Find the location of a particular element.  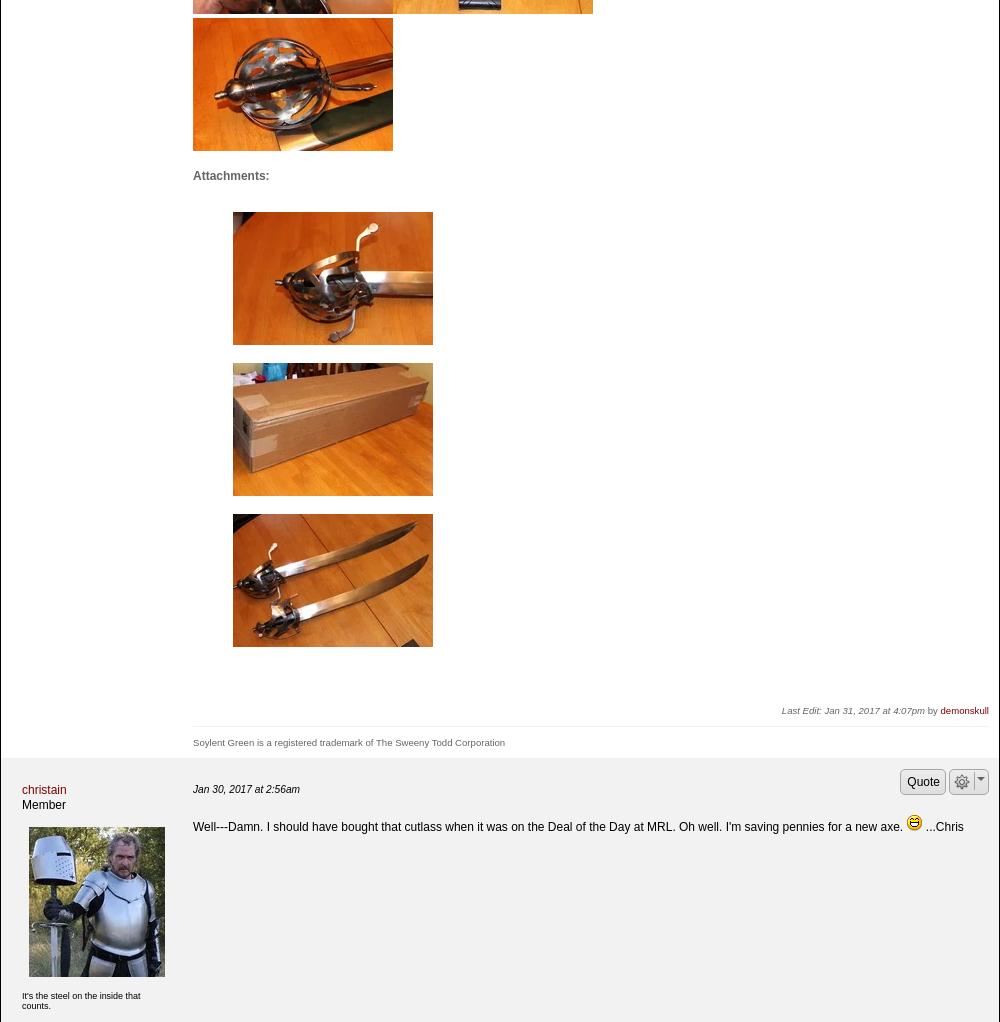

'christain' is located at coordinates (44, 790).